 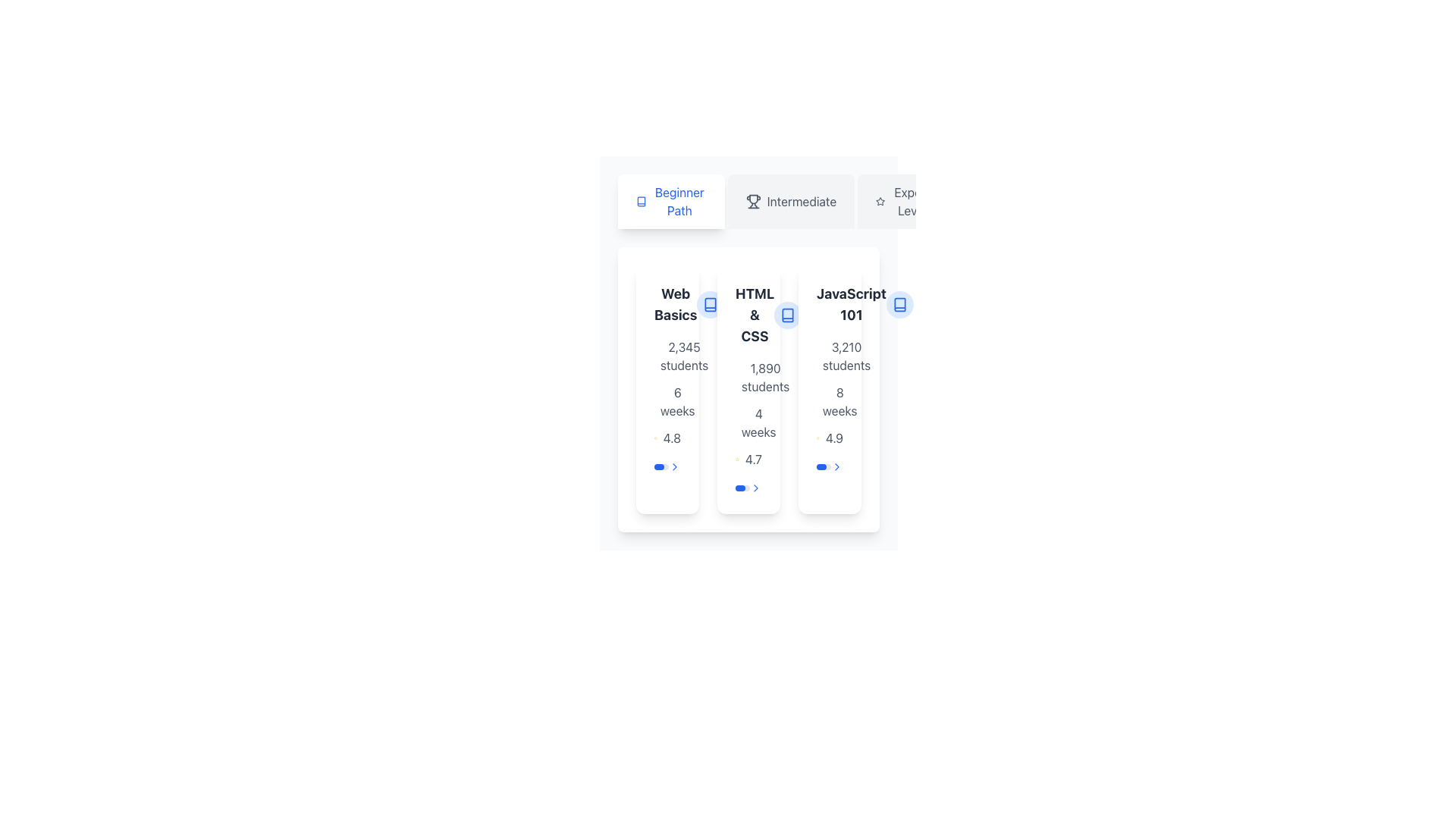 What do you see at coordinates (667, 400) in the screenshot?
I see `the text element displaying the duration '6 weeks', which is styled with a gray font and accompanied by a small clock icon, located within the first course card in a vertical list of text elements` at bounding box center [667, 400].